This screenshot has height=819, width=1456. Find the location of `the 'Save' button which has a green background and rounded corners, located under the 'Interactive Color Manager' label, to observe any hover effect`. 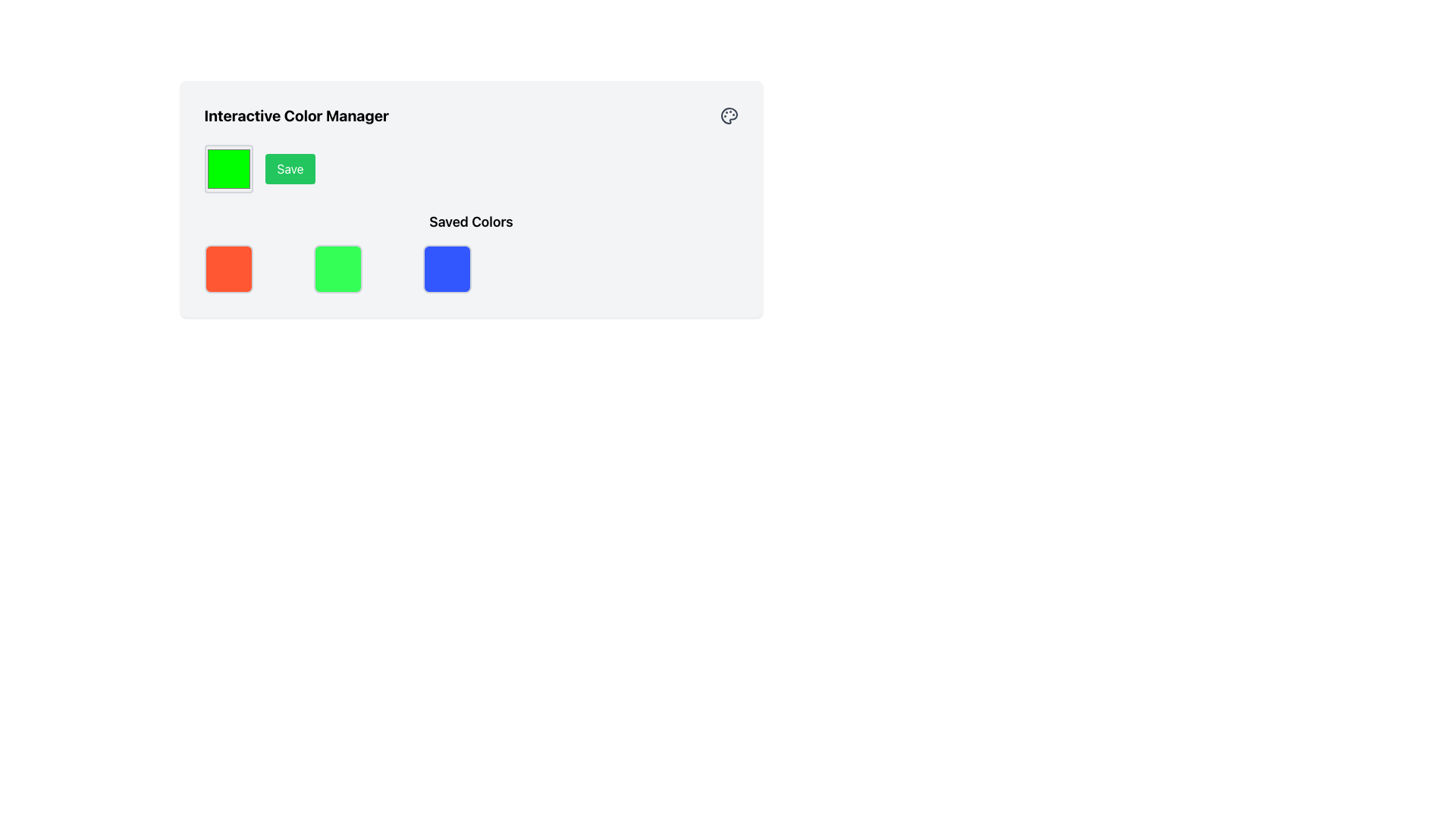

the 'Save' button which has a green background and rounded corners, located under the 'Interactive Color Manager' label, to observe any hover effect is located at coordinates (290, 169).